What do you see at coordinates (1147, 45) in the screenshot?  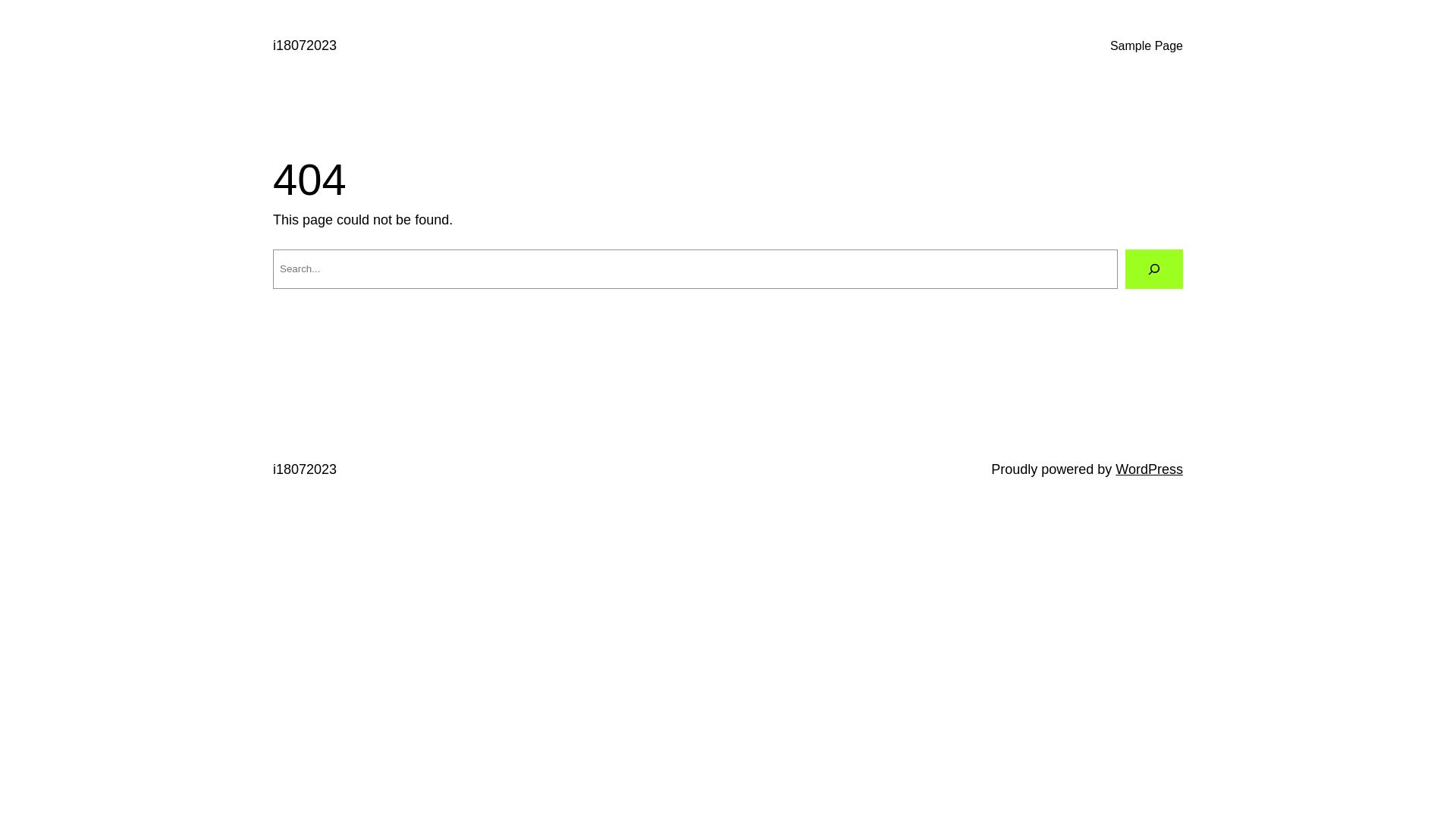 I see `'Sample Page'` at bounding box center [1147, 45].